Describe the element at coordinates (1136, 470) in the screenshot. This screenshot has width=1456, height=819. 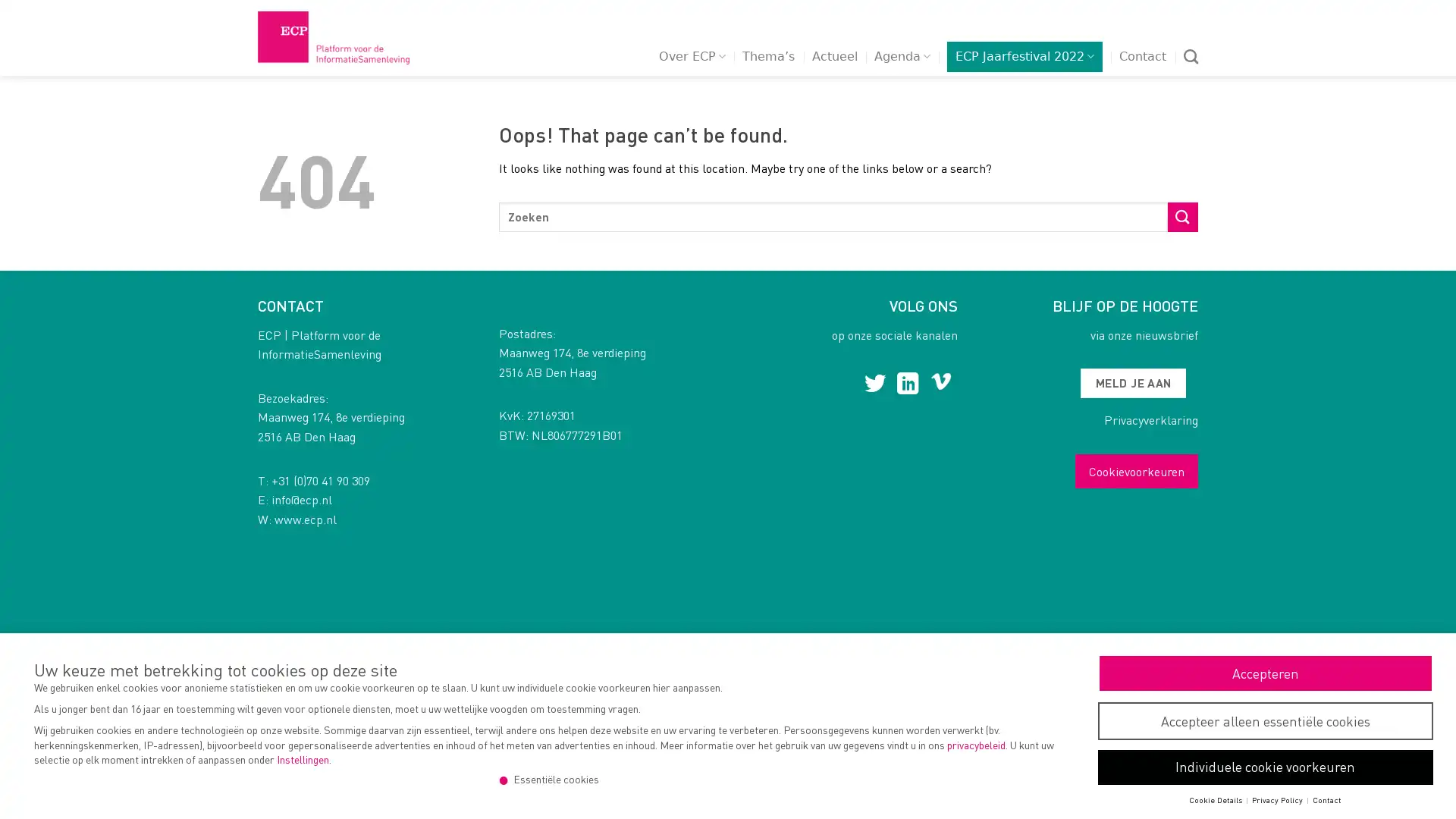
I see `Cookievoorkeuren` at that location.